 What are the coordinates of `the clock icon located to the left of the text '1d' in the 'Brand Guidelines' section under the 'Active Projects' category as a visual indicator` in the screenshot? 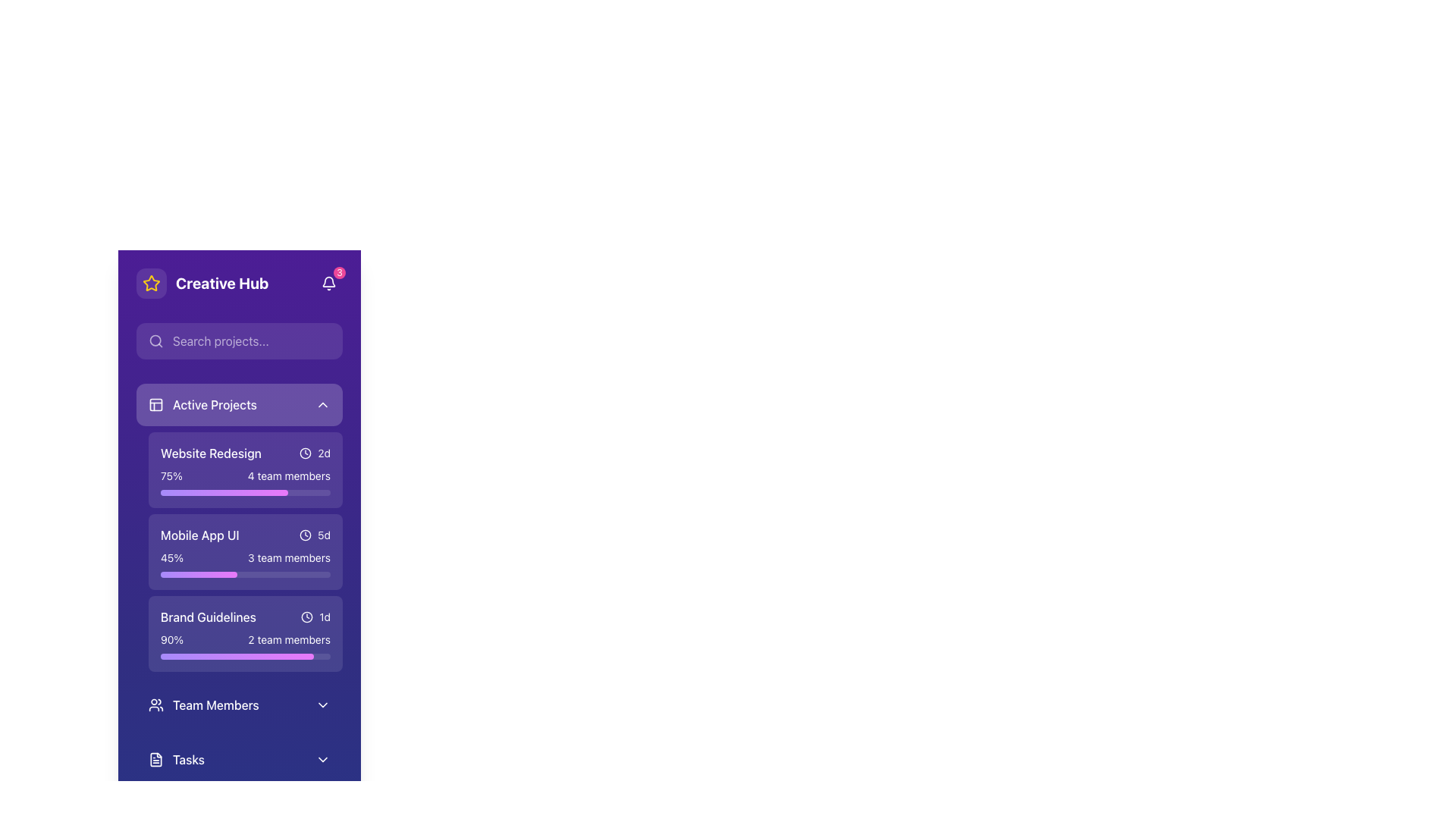 It's located at (306, 617).